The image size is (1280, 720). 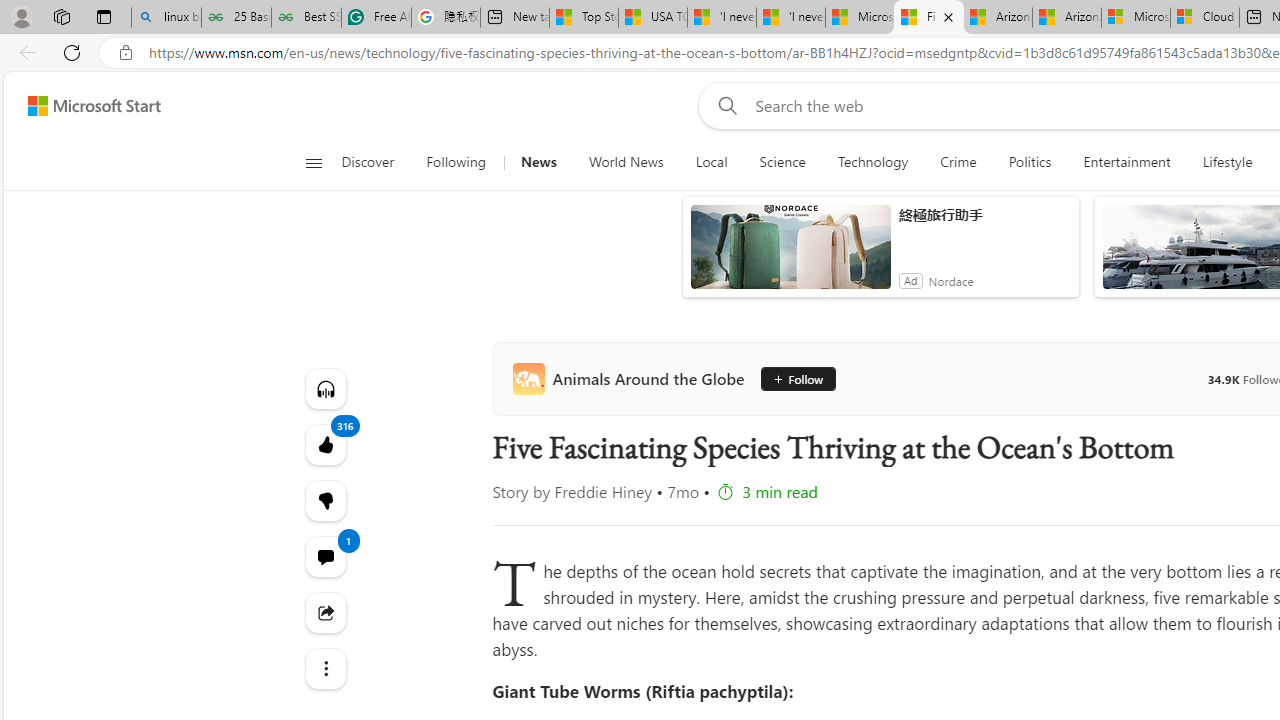 What do you see at coordinates (1226, 162) in the screenshot?
I see `'Lifestyle'` at bounding box center [1226, 162].